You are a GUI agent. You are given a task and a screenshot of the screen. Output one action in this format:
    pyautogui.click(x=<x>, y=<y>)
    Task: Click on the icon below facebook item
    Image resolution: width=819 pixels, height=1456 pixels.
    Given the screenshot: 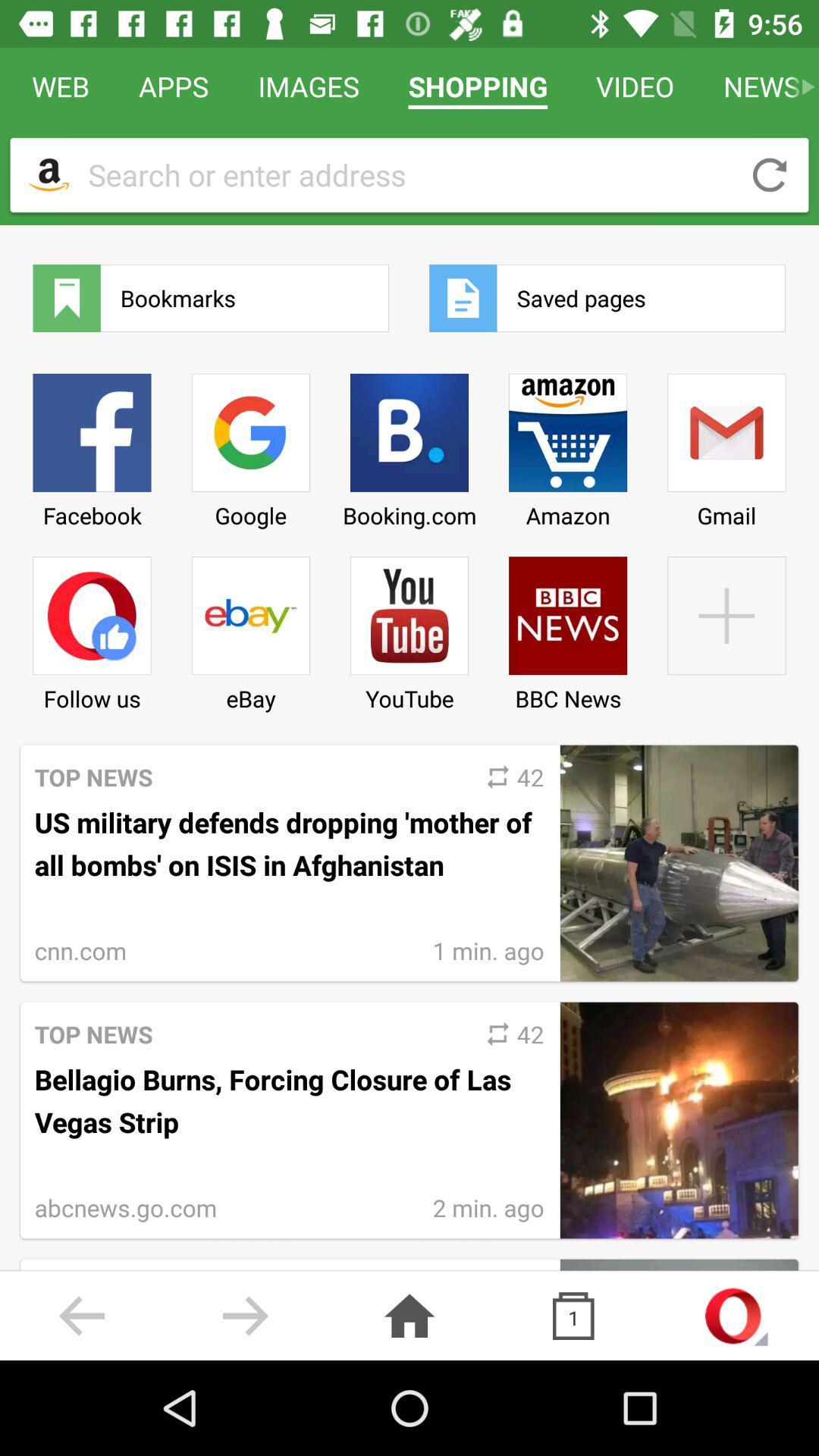 What is the action you would take?
    pyautogui.click(x=92, y=628)
    